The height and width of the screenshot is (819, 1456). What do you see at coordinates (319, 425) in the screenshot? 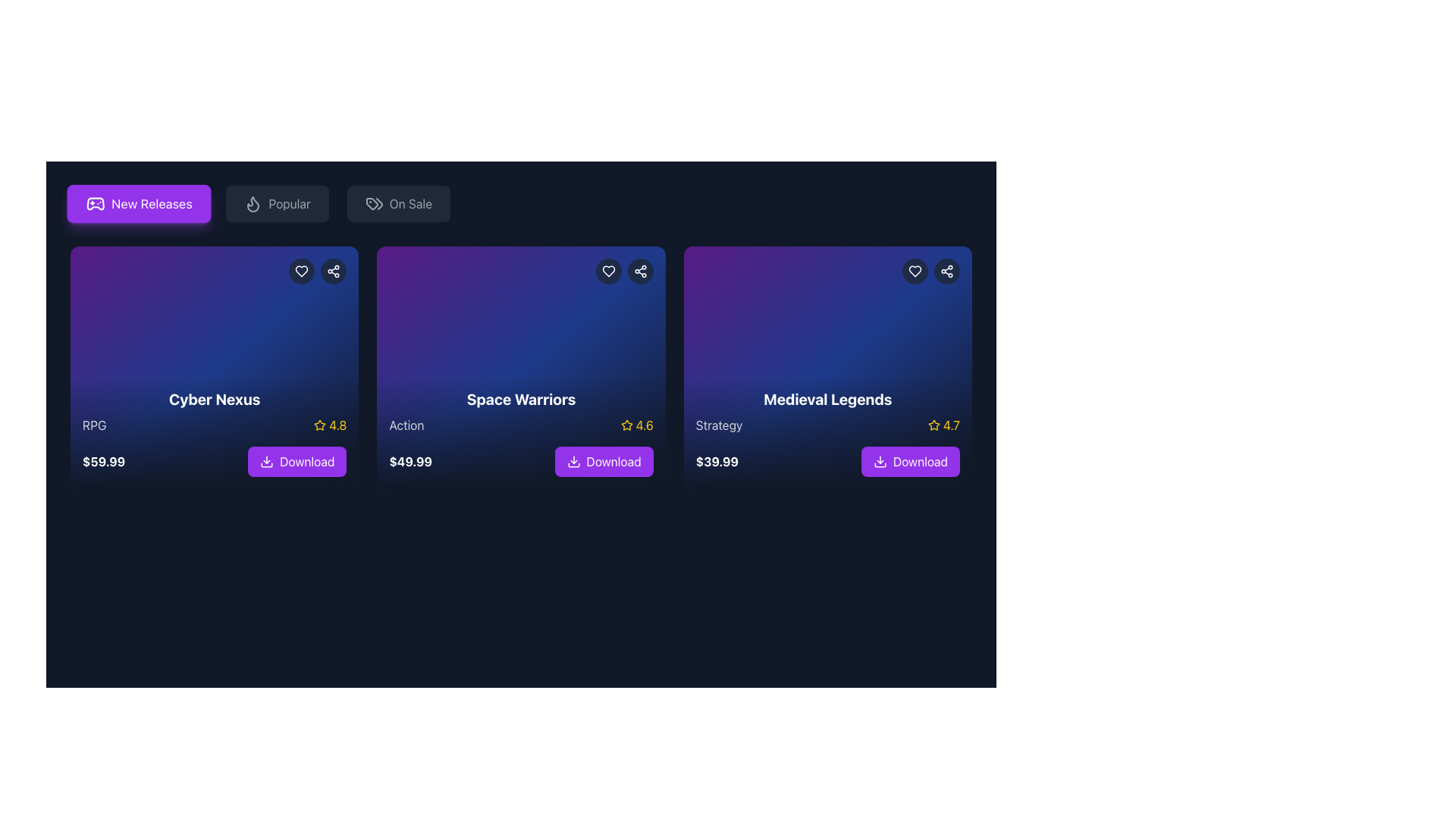
I see `the star-shaped icon with an outlined style that is yellow, part of the rating system next to the text '4.8' for 'Cyber Nexus'` at bounding box center [319, 425].